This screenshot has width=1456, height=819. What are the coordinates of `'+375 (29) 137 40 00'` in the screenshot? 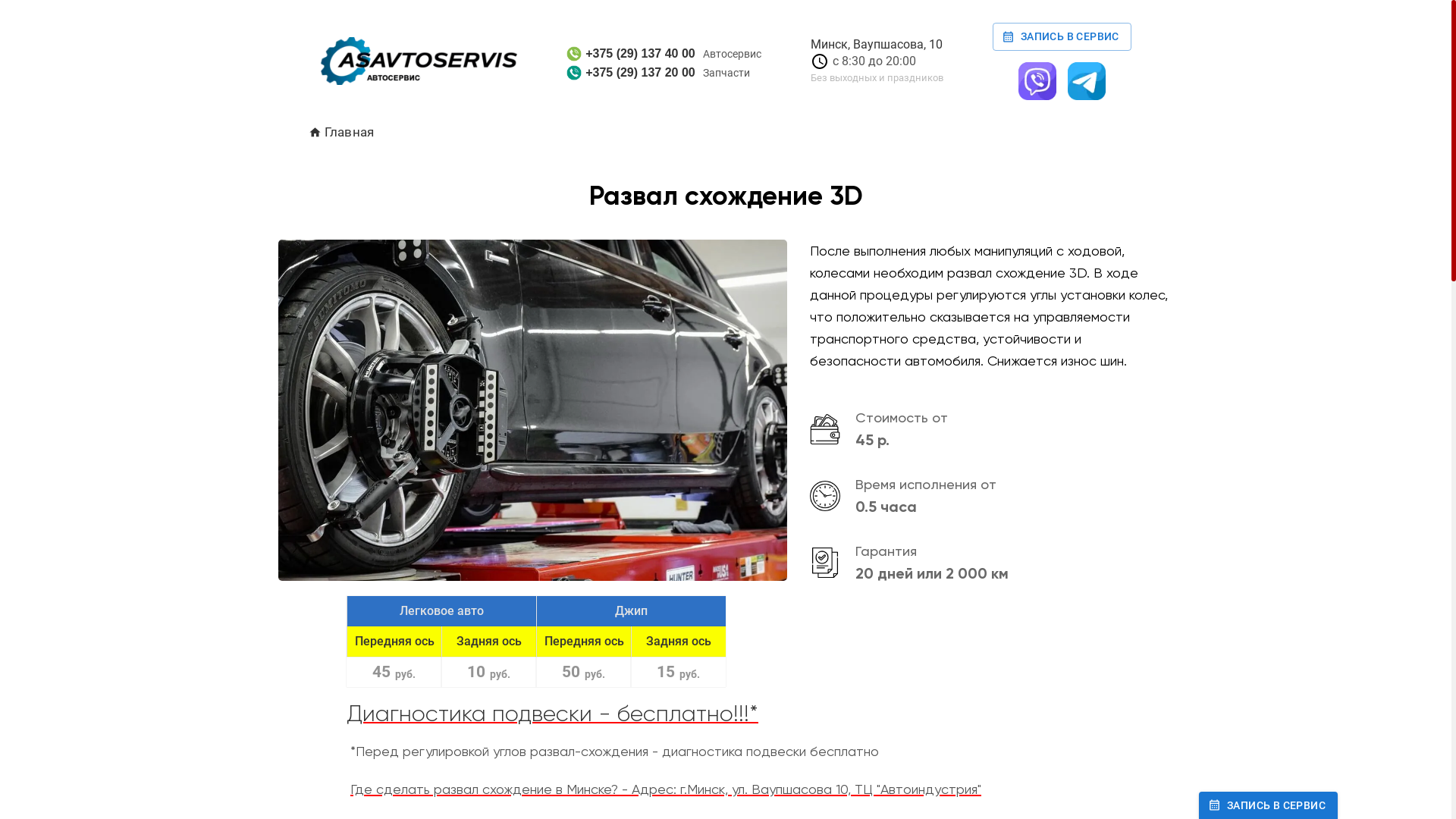 It's located at (630, 52).